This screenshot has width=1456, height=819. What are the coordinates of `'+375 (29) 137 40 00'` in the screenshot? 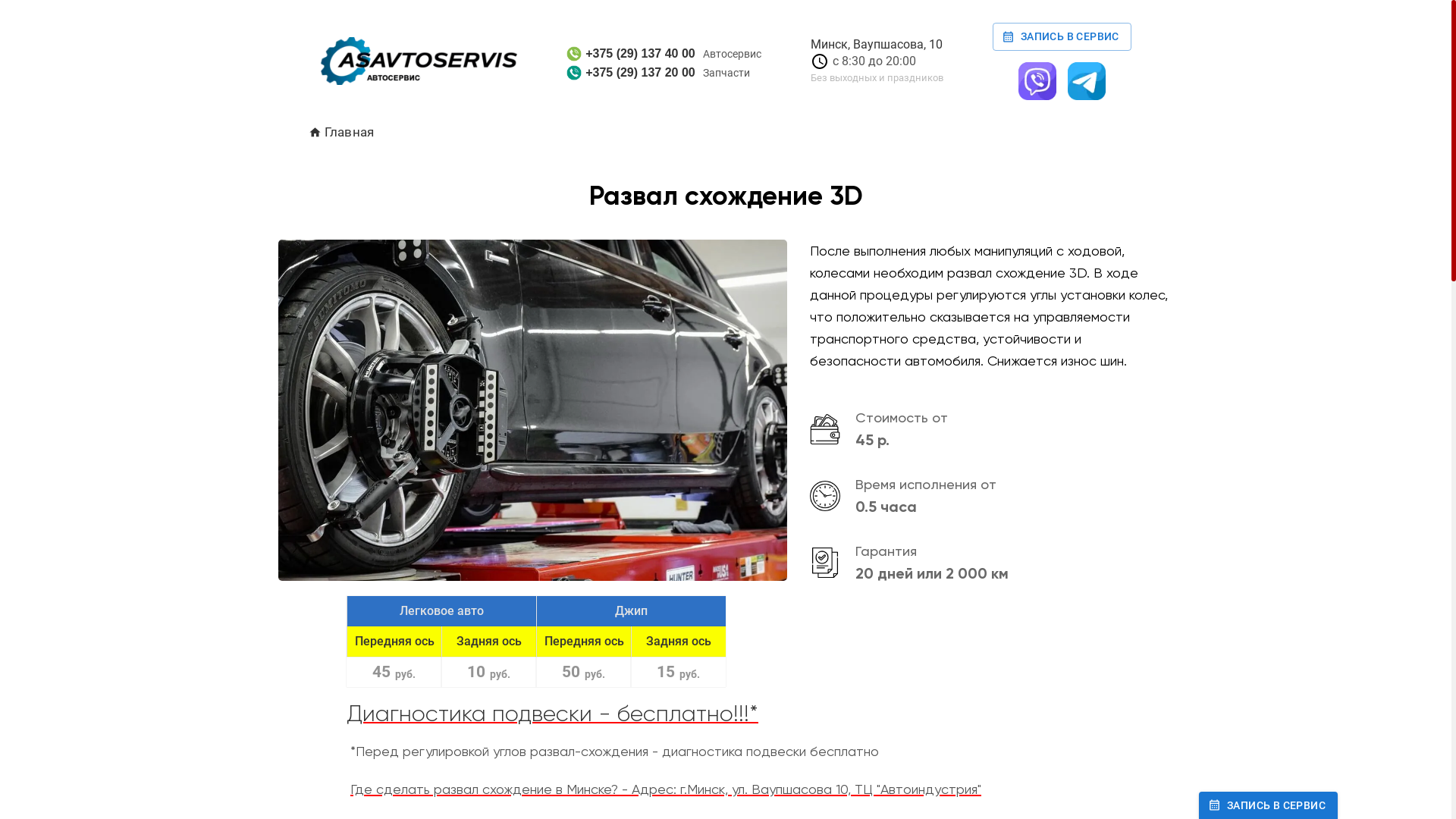 It's located at (630, 52).